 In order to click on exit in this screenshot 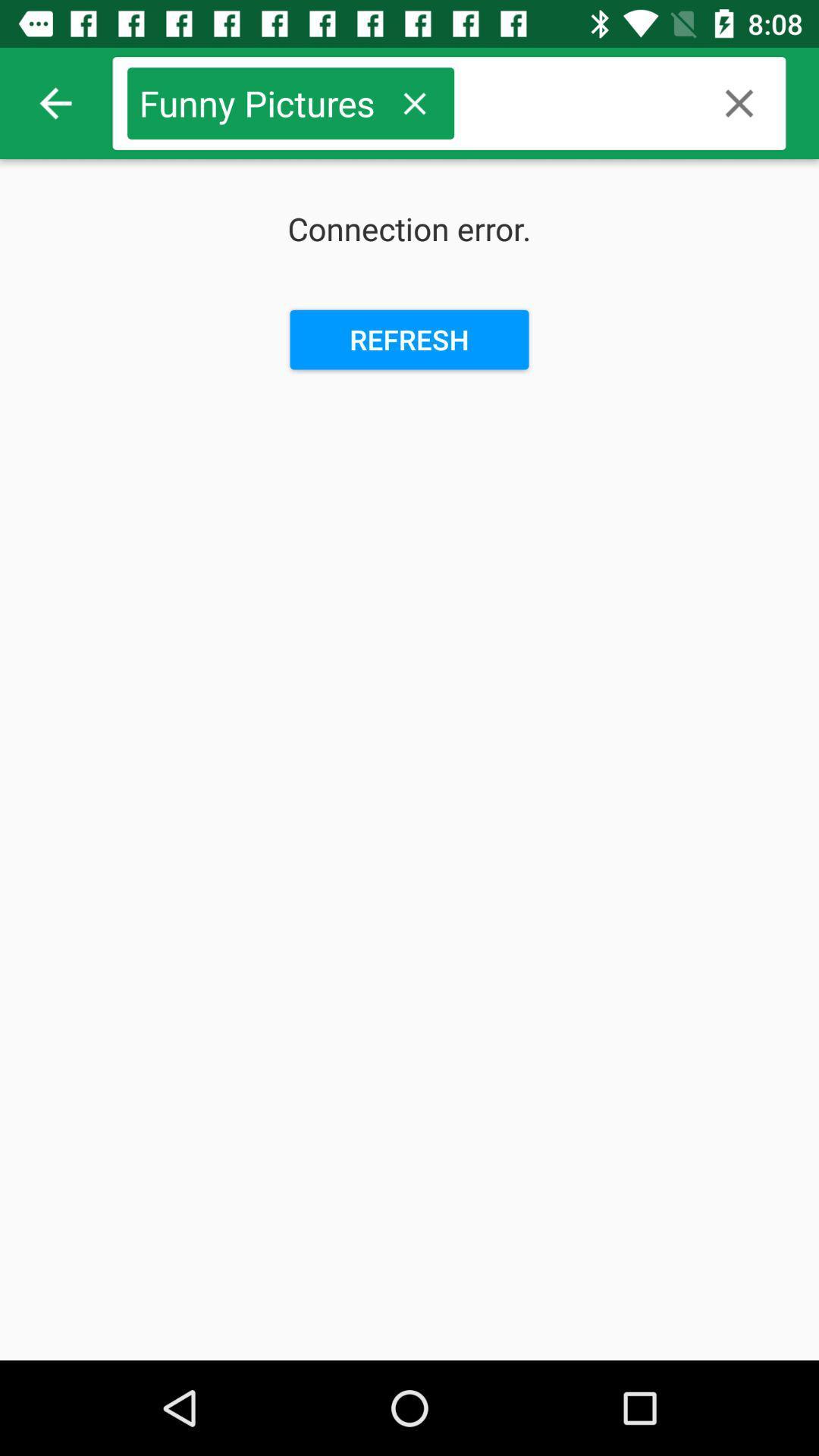, I will do `click(739, 102)`.